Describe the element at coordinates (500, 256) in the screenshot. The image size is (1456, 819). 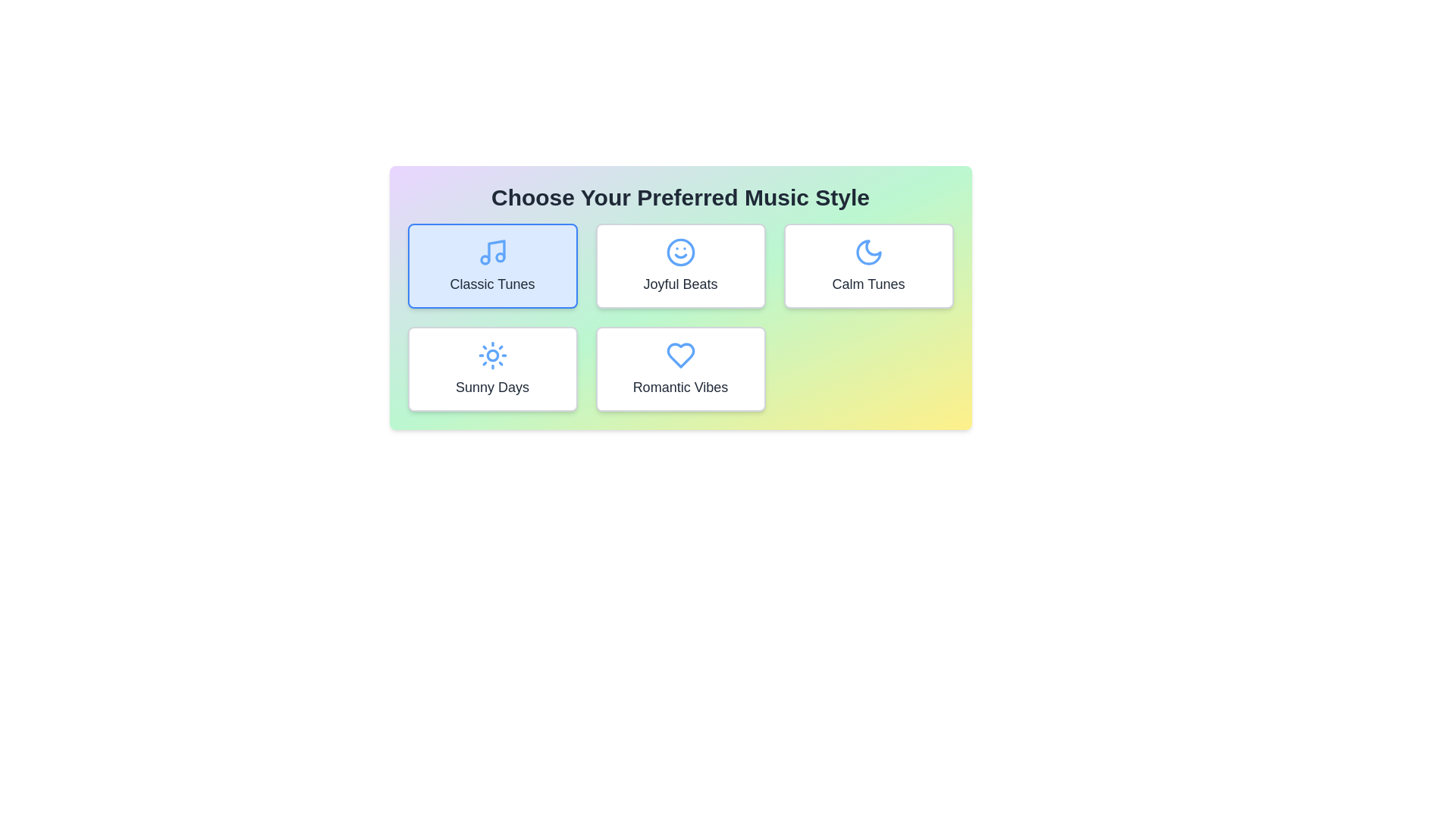
I see `the decorative graphical element (circle) that represents the second dot of the music note icon within the 'Classic Tunes' card located in the top row of the grid` at that location.